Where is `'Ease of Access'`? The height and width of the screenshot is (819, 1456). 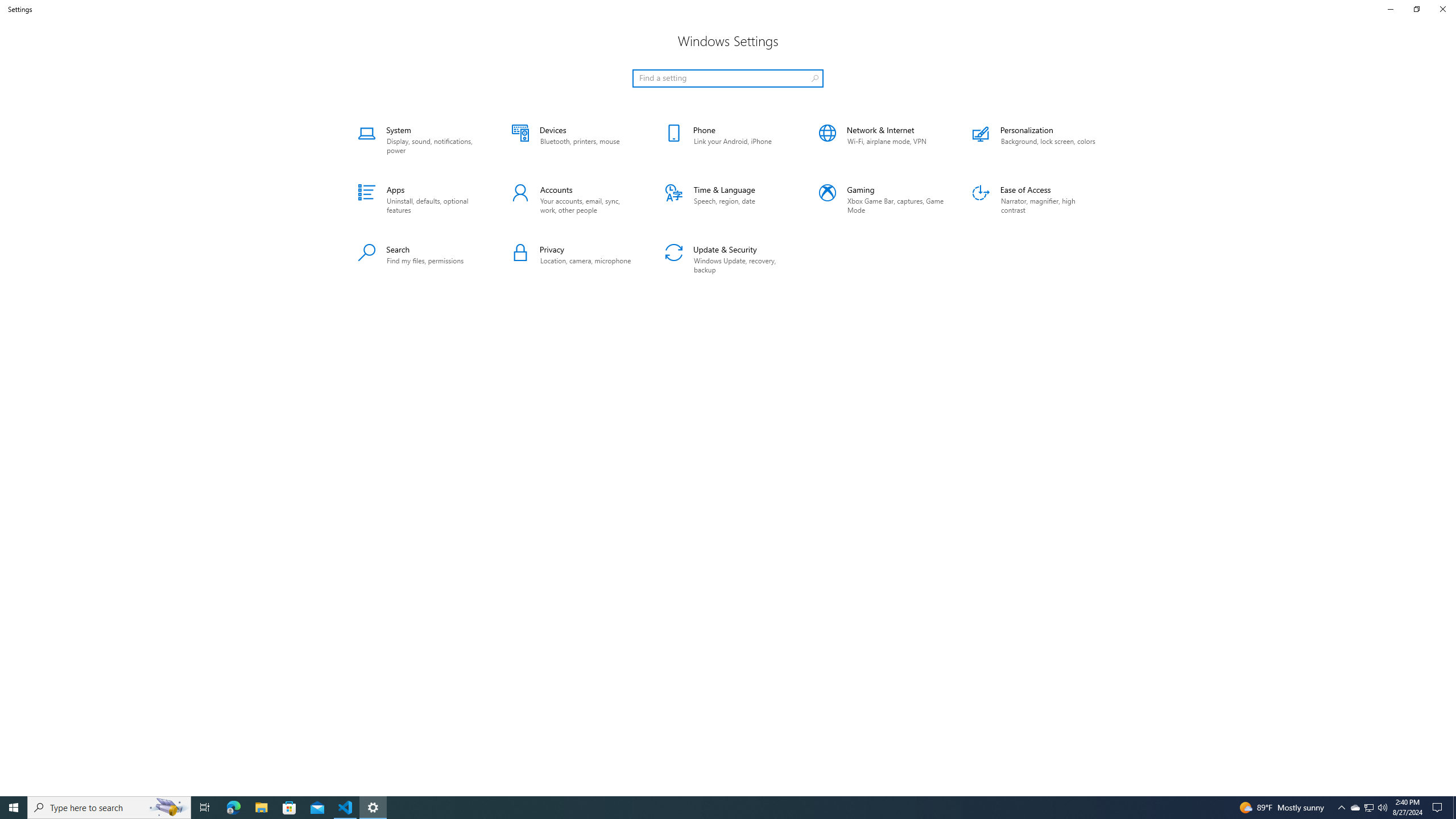 'Ease of Access' is located at coordinates (1035, 200).